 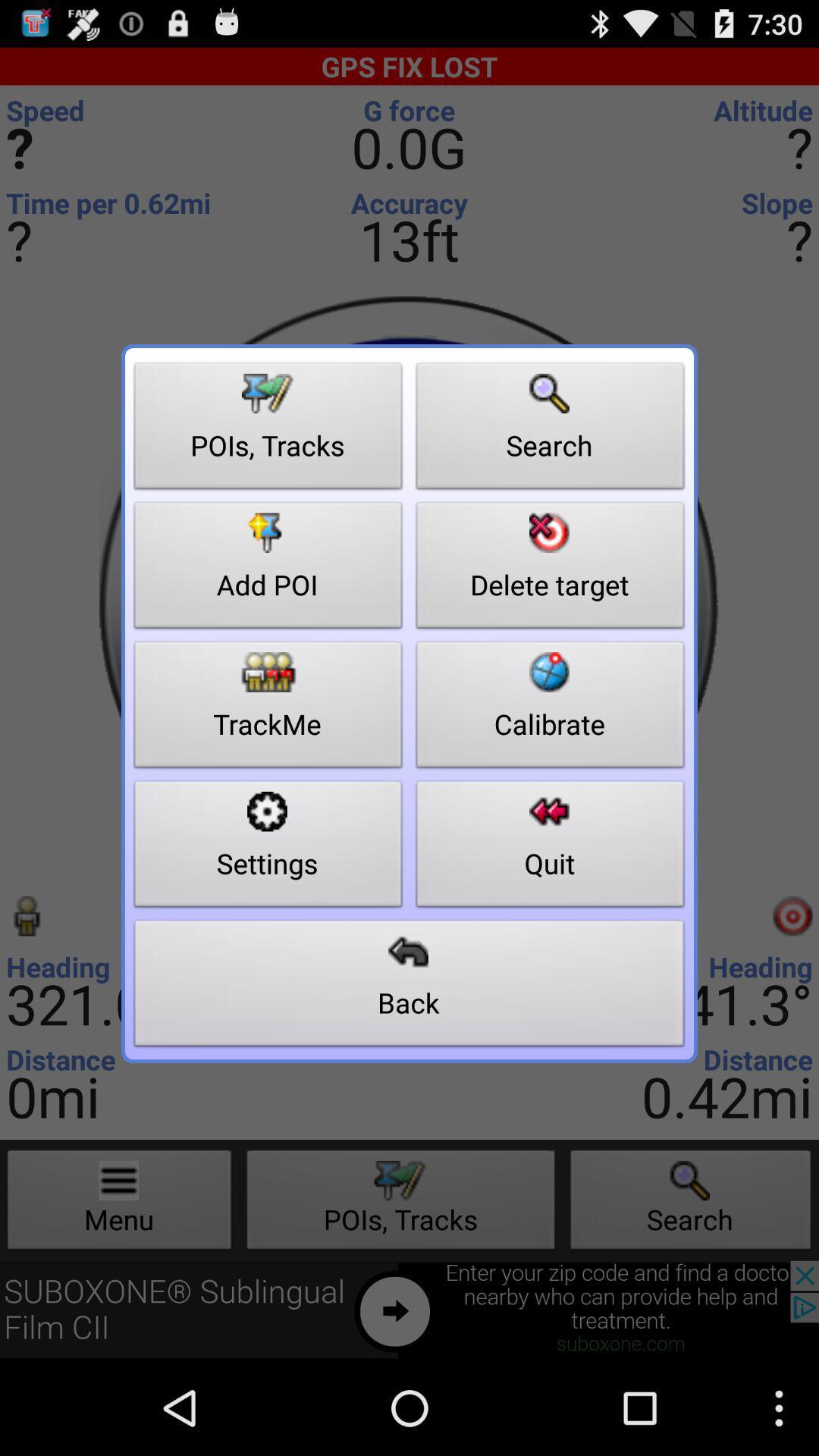 What do you see at coordinates (550, 708) in the screenshot?
I see `icon next to the add poi button` at bounding box center [550, 708].